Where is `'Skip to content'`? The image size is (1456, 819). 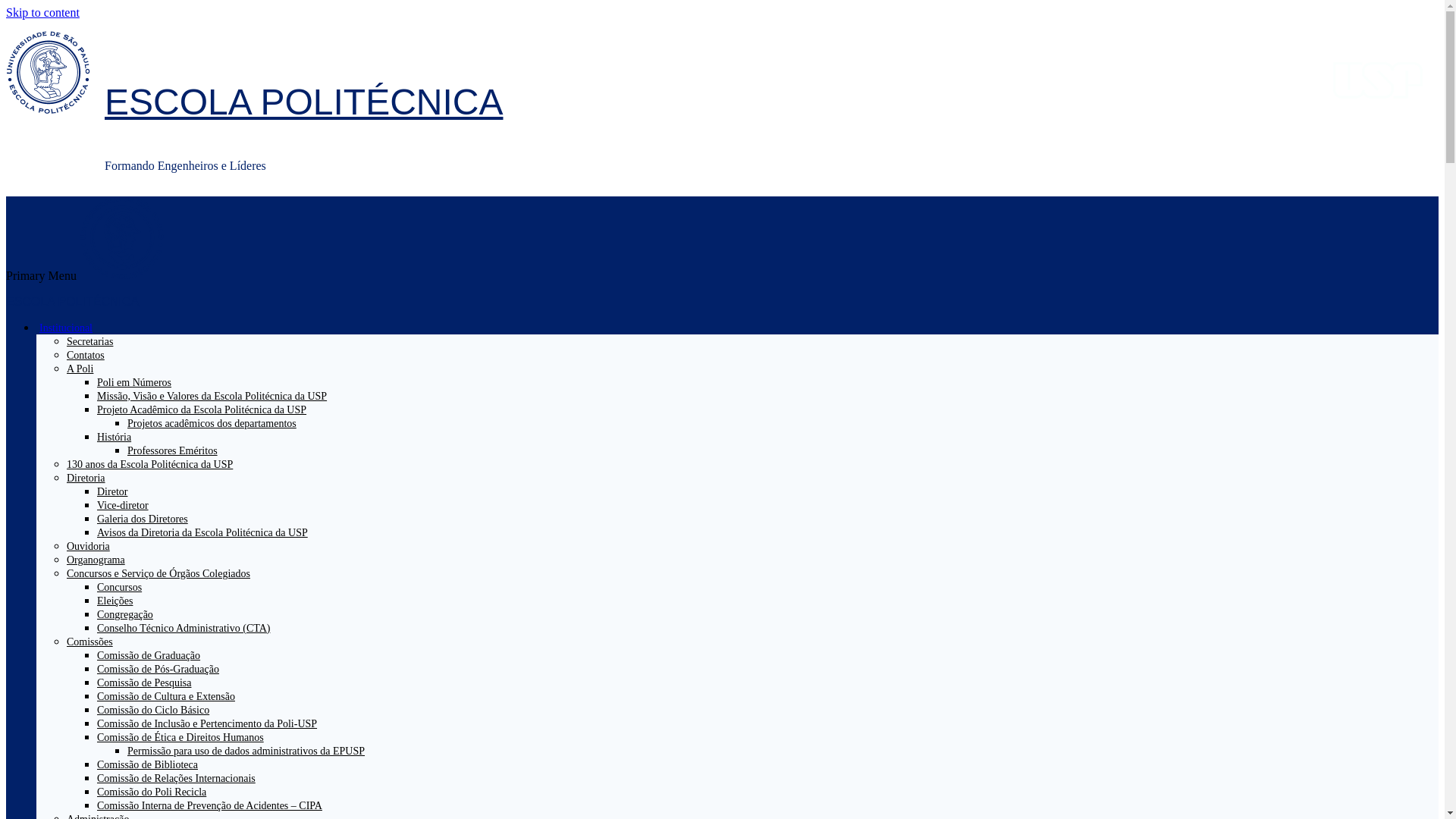
'Skip to content' is located at coordinates (42, 12).